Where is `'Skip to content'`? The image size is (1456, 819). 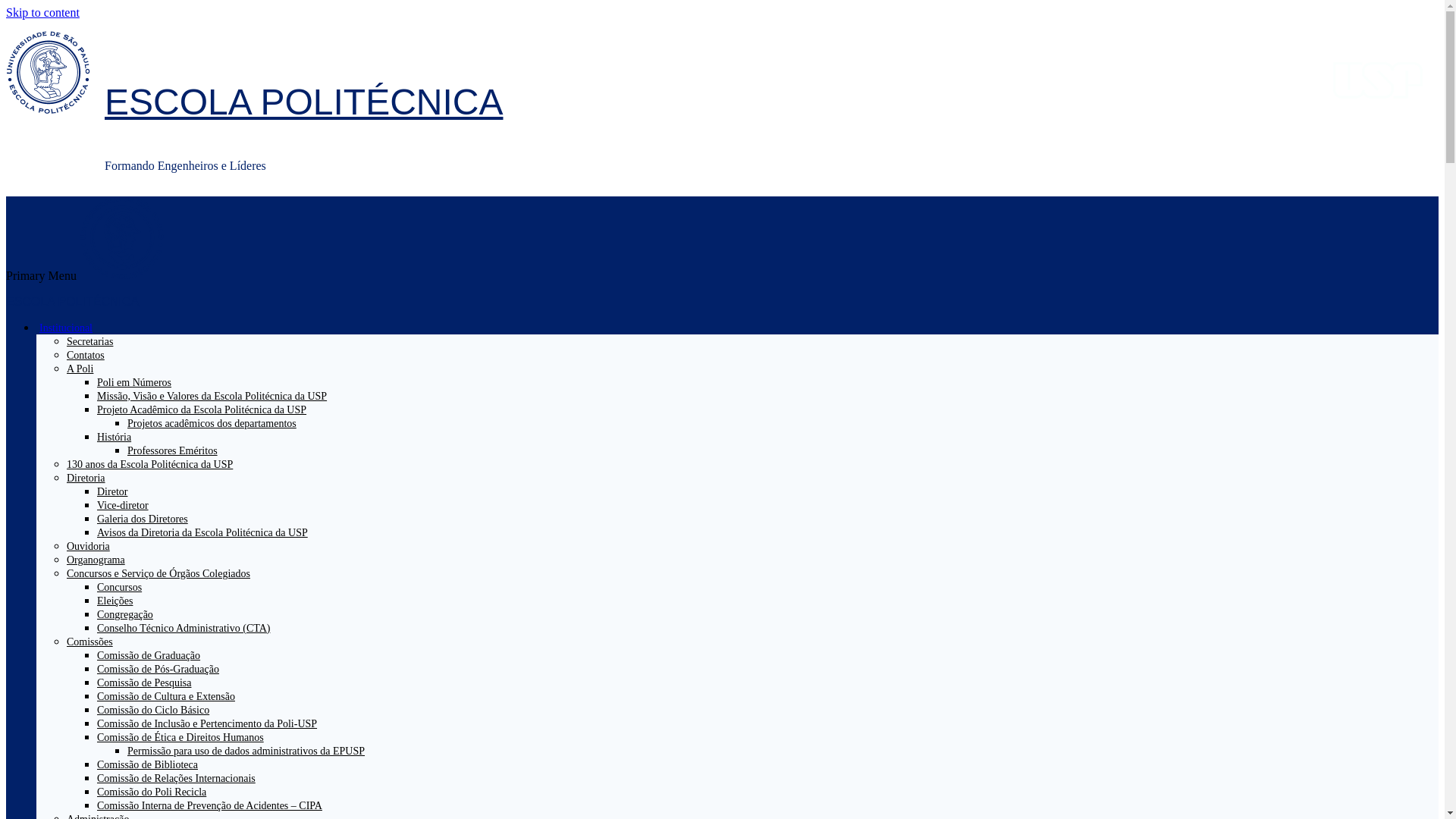
'Skip to content' is located at coordinates (42, 12).